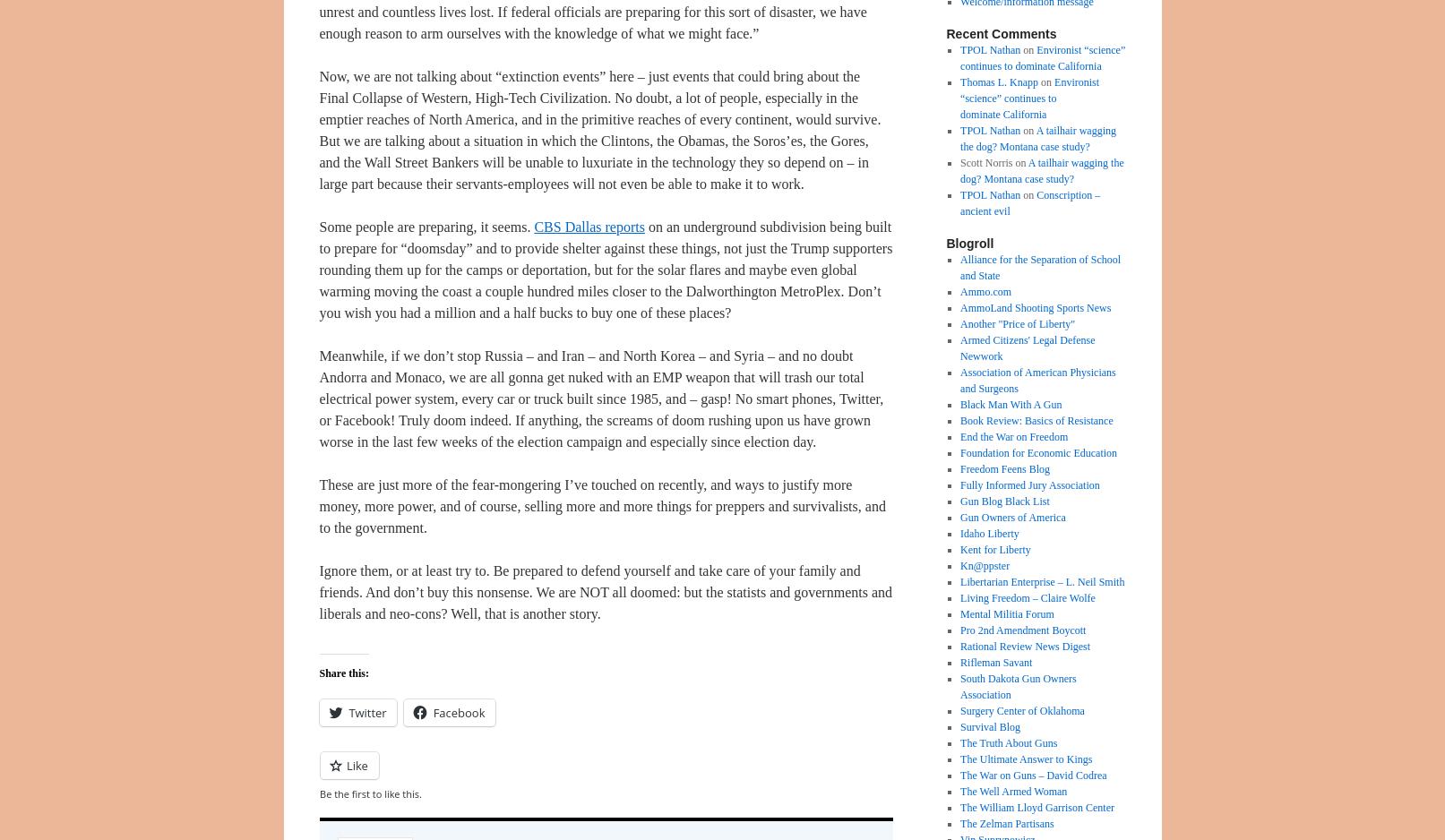 The image size is (1445, 840). I want to click on 'Gun Owners of America', so click(1011, 516).